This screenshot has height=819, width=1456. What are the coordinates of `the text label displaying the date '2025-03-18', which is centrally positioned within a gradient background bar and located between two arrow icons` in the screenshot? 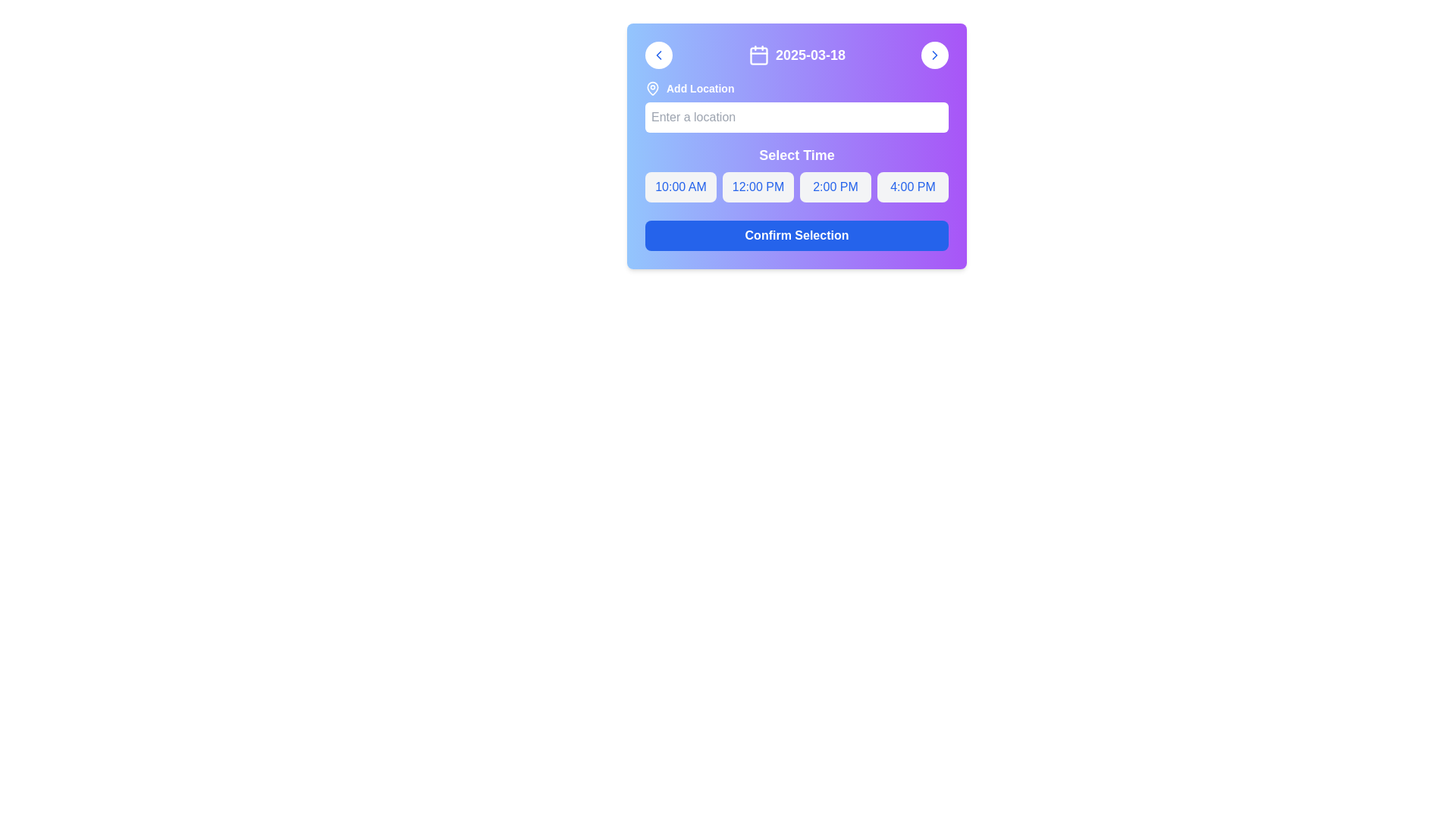 It's located at (796, 55).